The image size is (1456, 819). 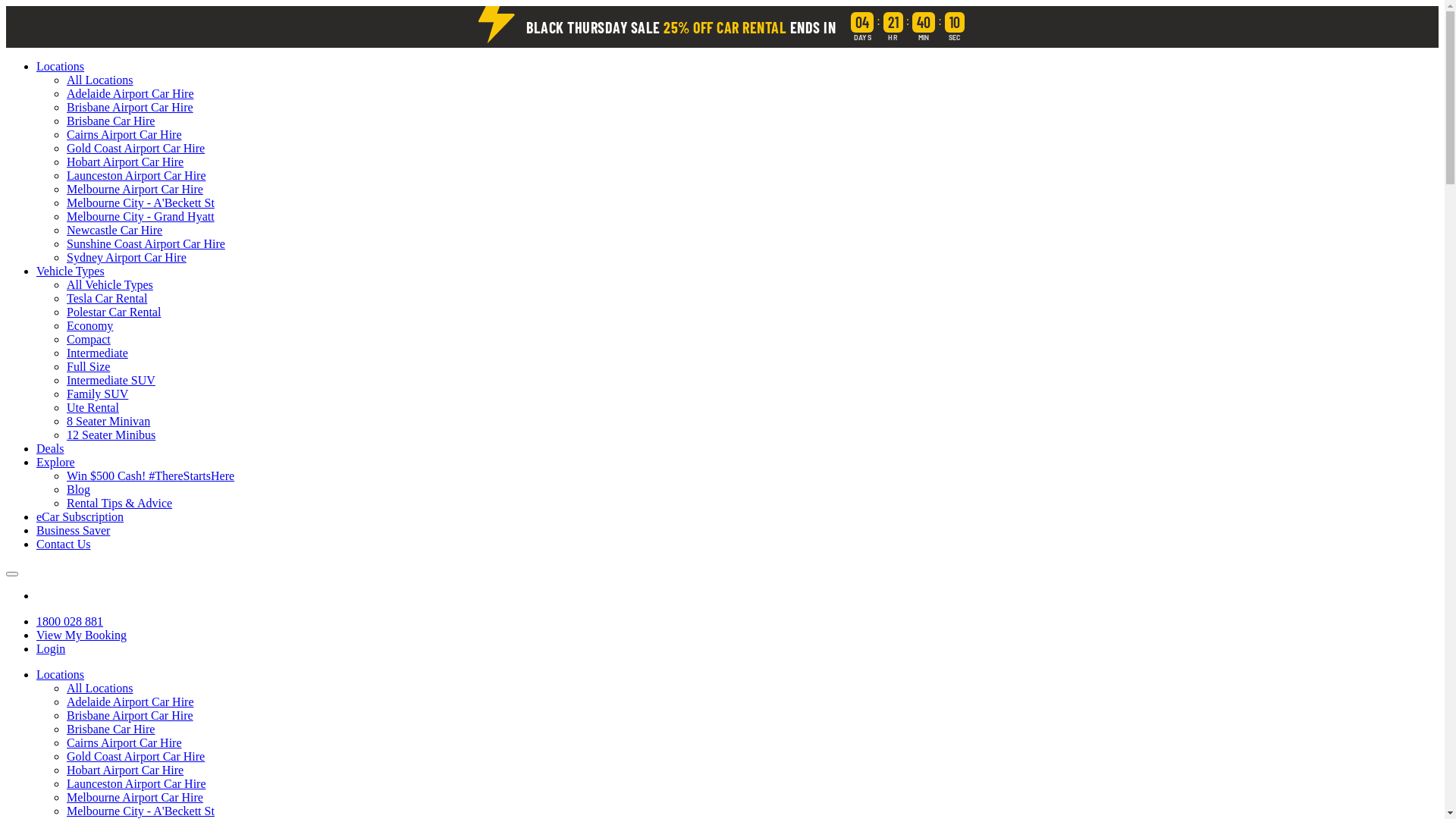 What do you see at coordinates (89, 325) in the screenshot?
I see `'Economy'` at bounding box center [89, 325].